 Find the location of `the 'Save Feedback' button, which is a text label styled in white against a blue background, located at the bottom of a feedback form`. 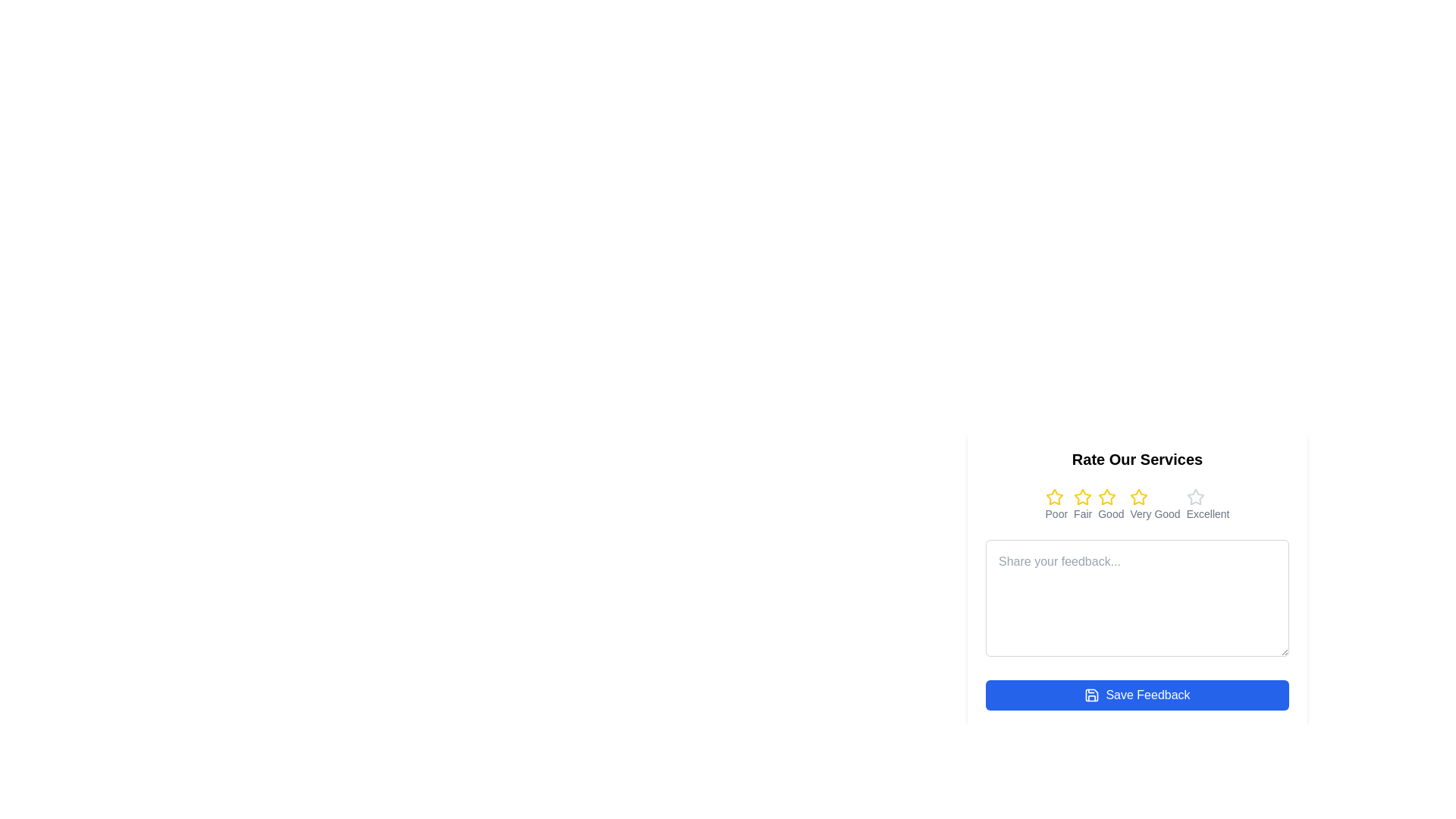

the 'Save Feedback' button, which is a text label styled in white against a blue background, located at the bottom of a feedback form is located at coordinates (1147, 695).